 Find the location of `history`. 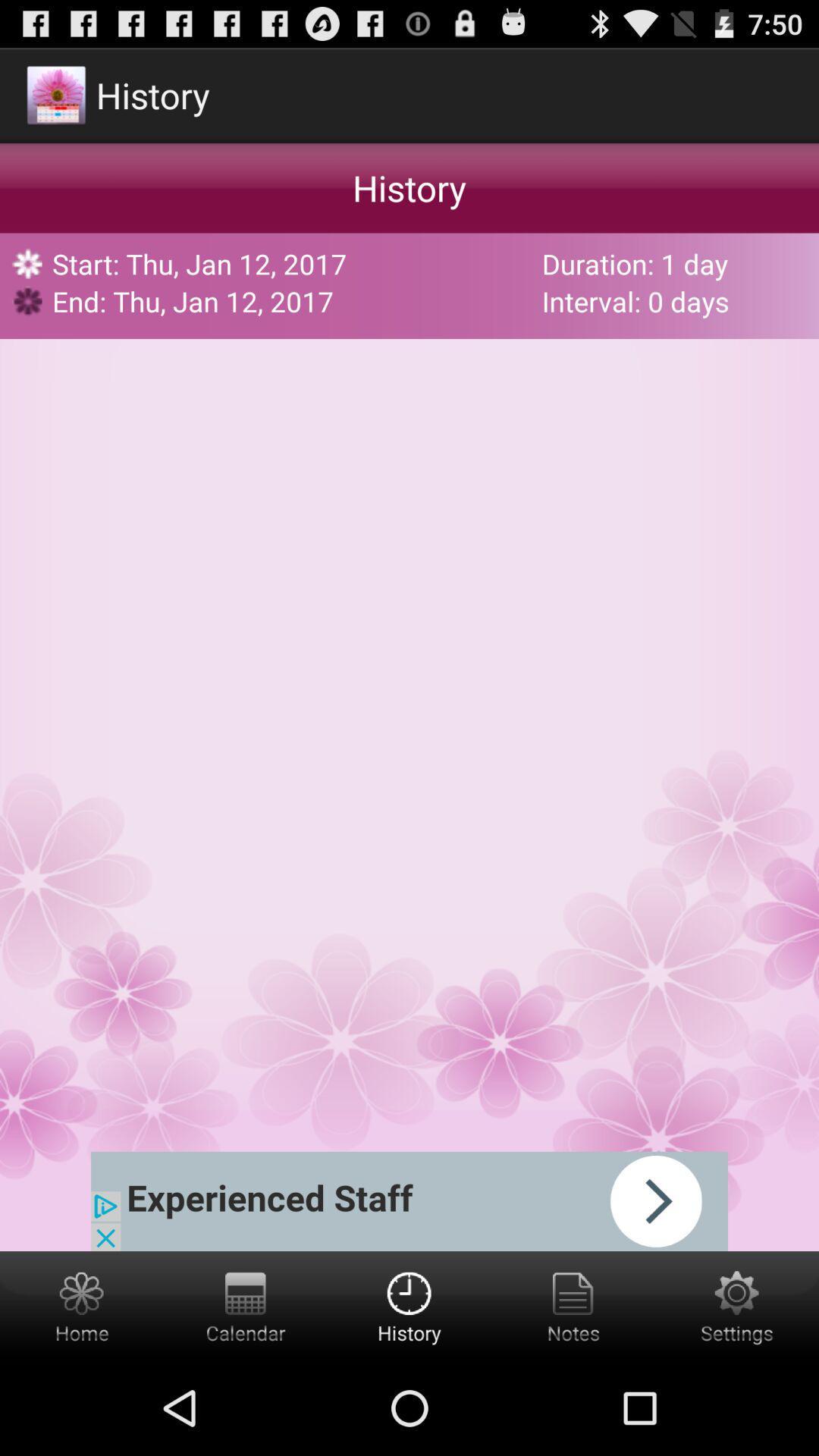

history is located at coordinates (409, 1305).